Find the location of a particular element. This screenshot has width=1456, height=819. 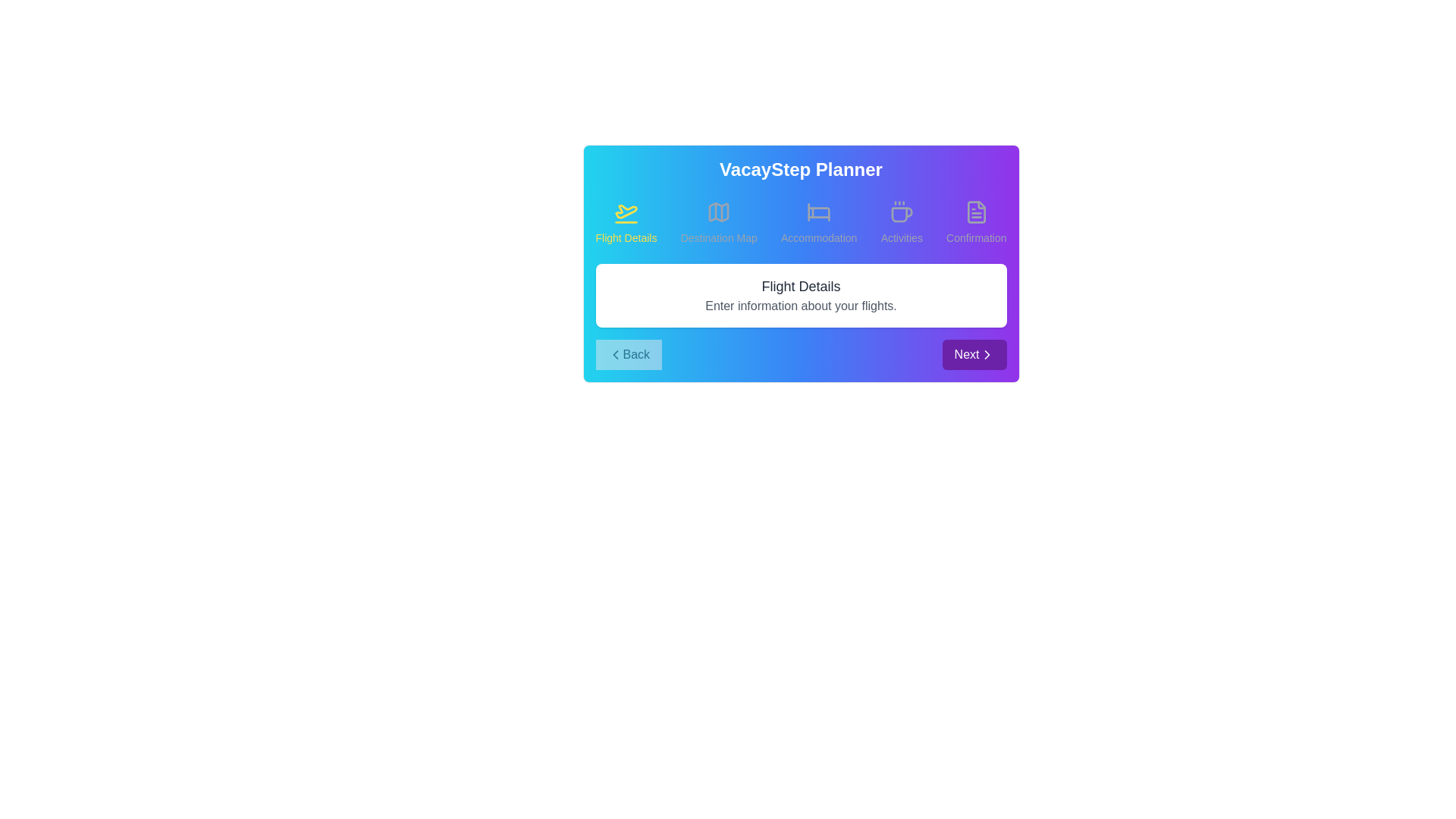

the step Destination Map by clicking its title or icon is located at coordinates (718, 222).